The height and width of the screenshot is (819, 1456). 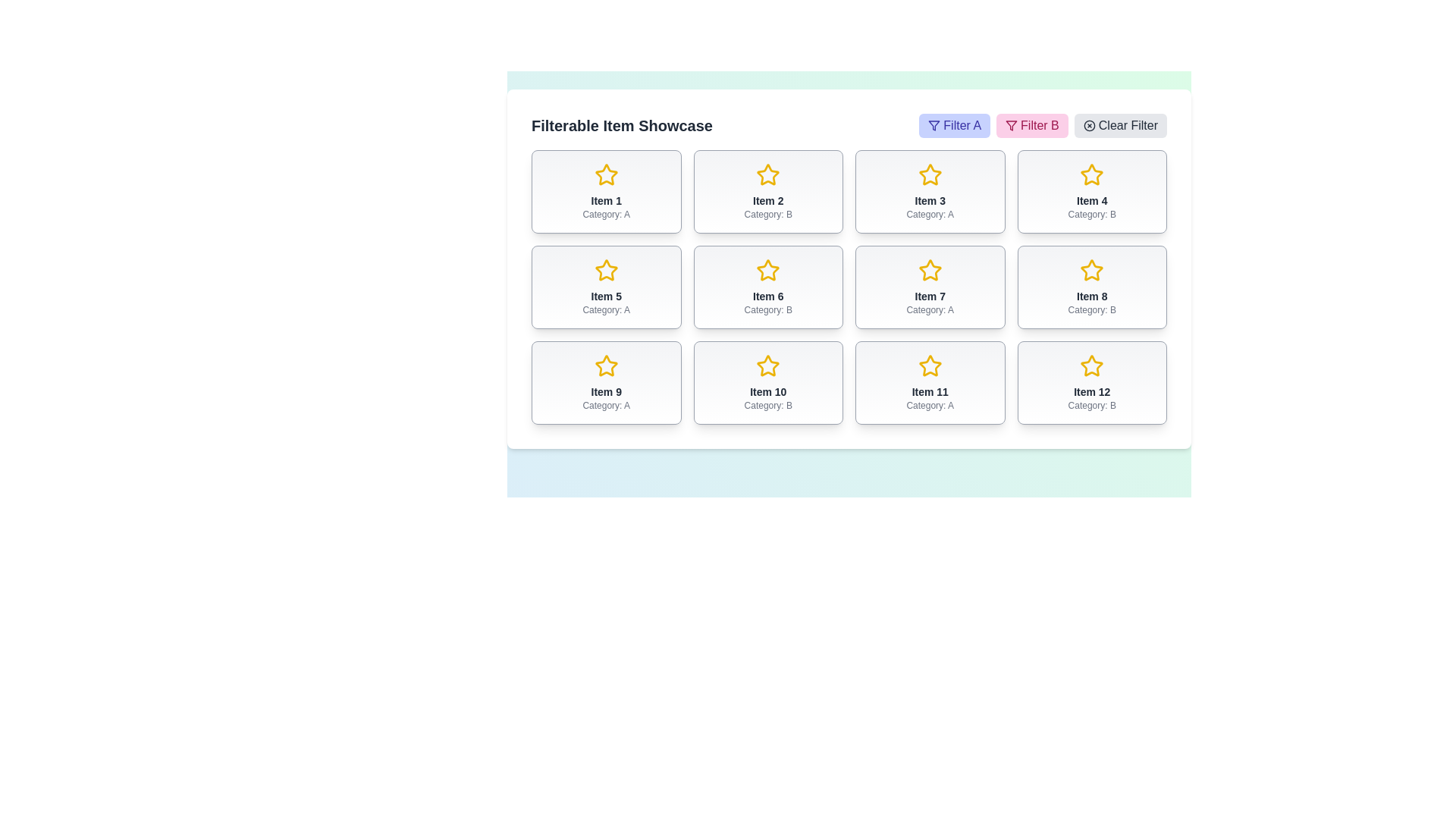 What do you see at coordinates (929, 174) in the screenshot?
I see `the star icon with a yellow outline located at the top of the card labeled 'Item 3' to rate or select the associated item` at bounding box center [929, 174].